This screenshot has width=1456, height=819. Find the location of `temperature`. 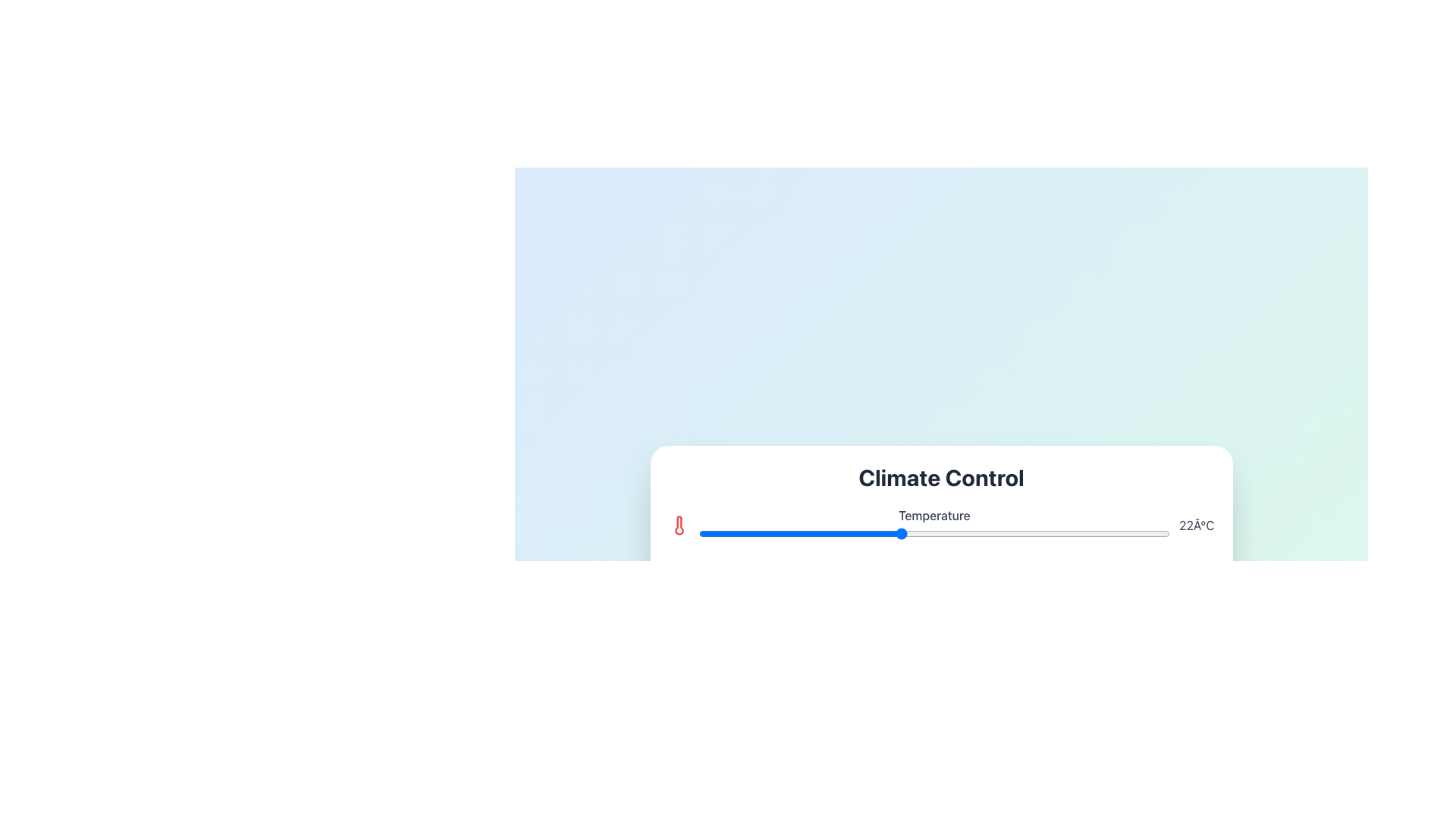

temperature is located at coordinates (698, 533).